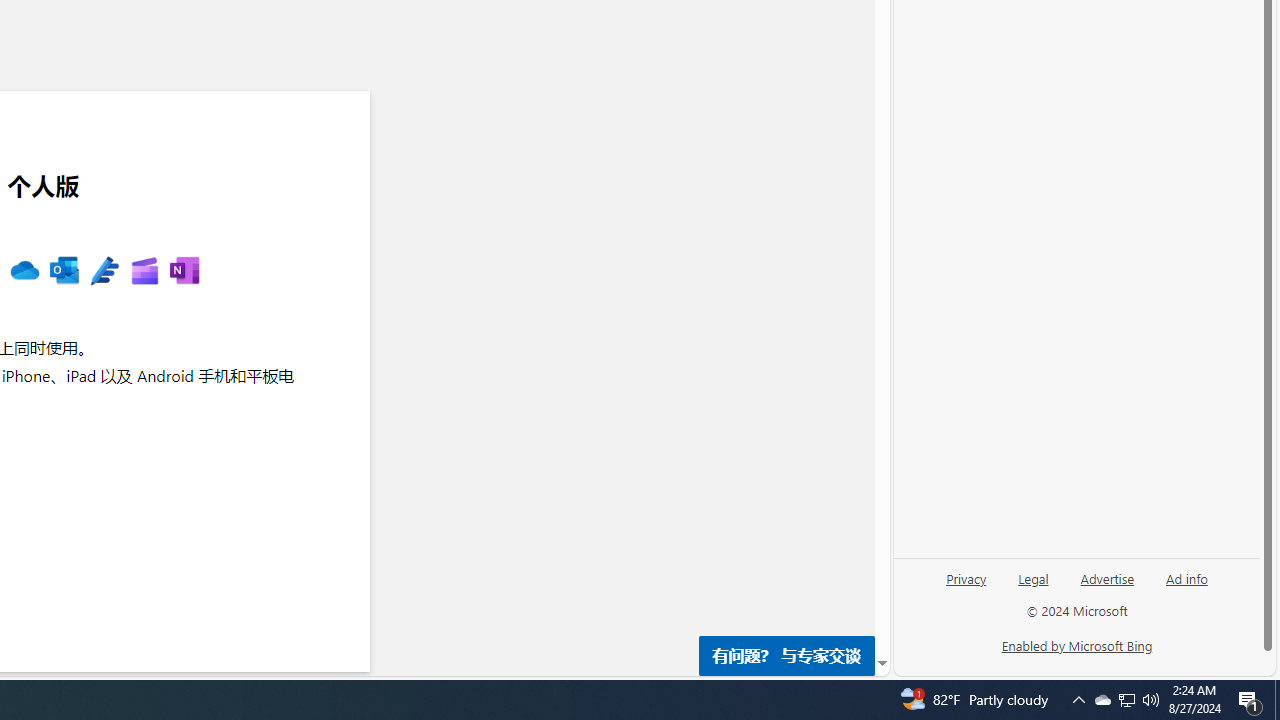 The width and height of the screenshot is (1280, 720). I want to click on 'MS Clipchamp', so click(143, 271).